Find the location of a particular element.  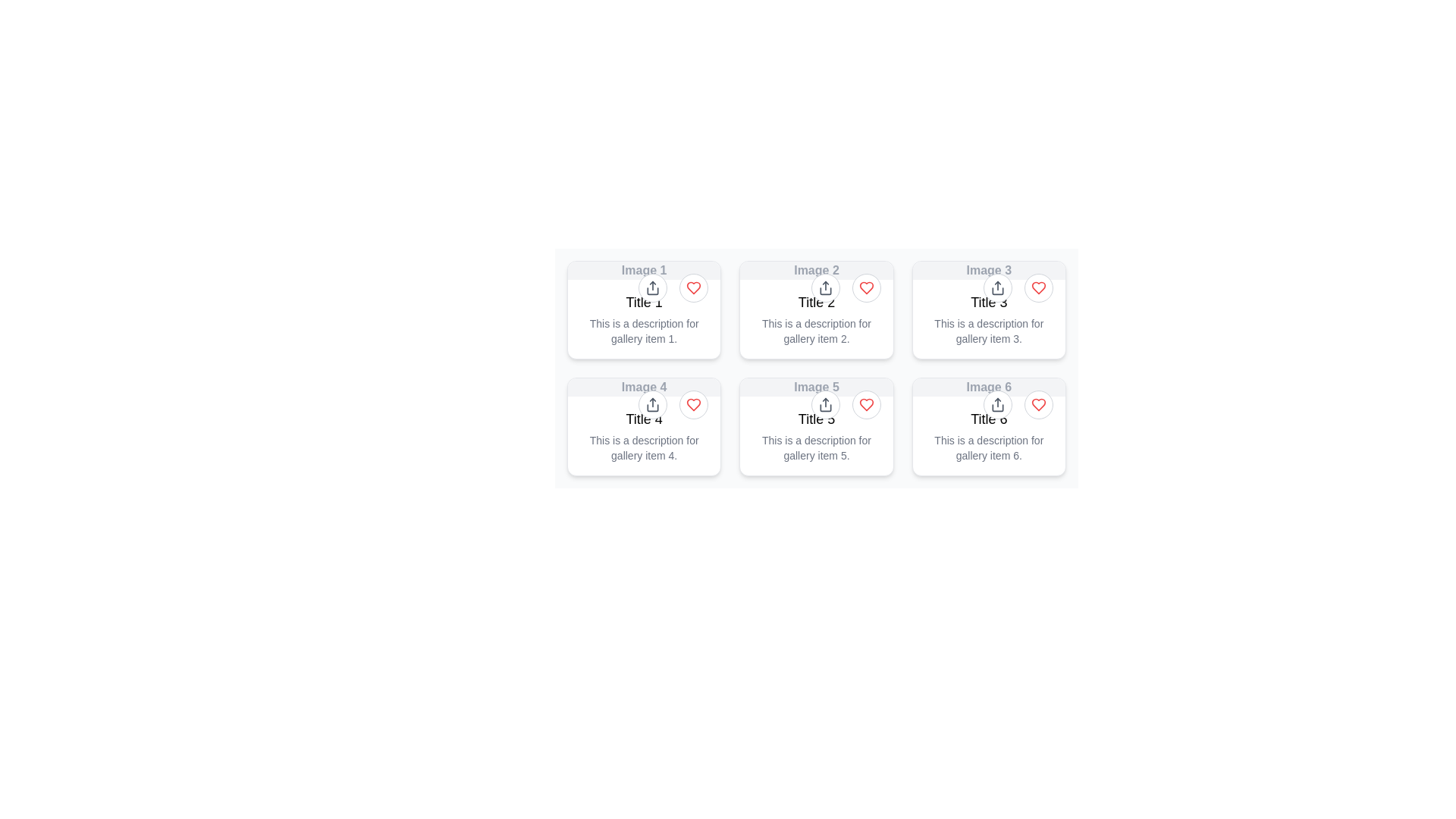

the circular button with a white background and a gray border featuring a red heart icon, located in the top-right corner of the card labeled 'Title 5' is located at coordinates (866, 403).